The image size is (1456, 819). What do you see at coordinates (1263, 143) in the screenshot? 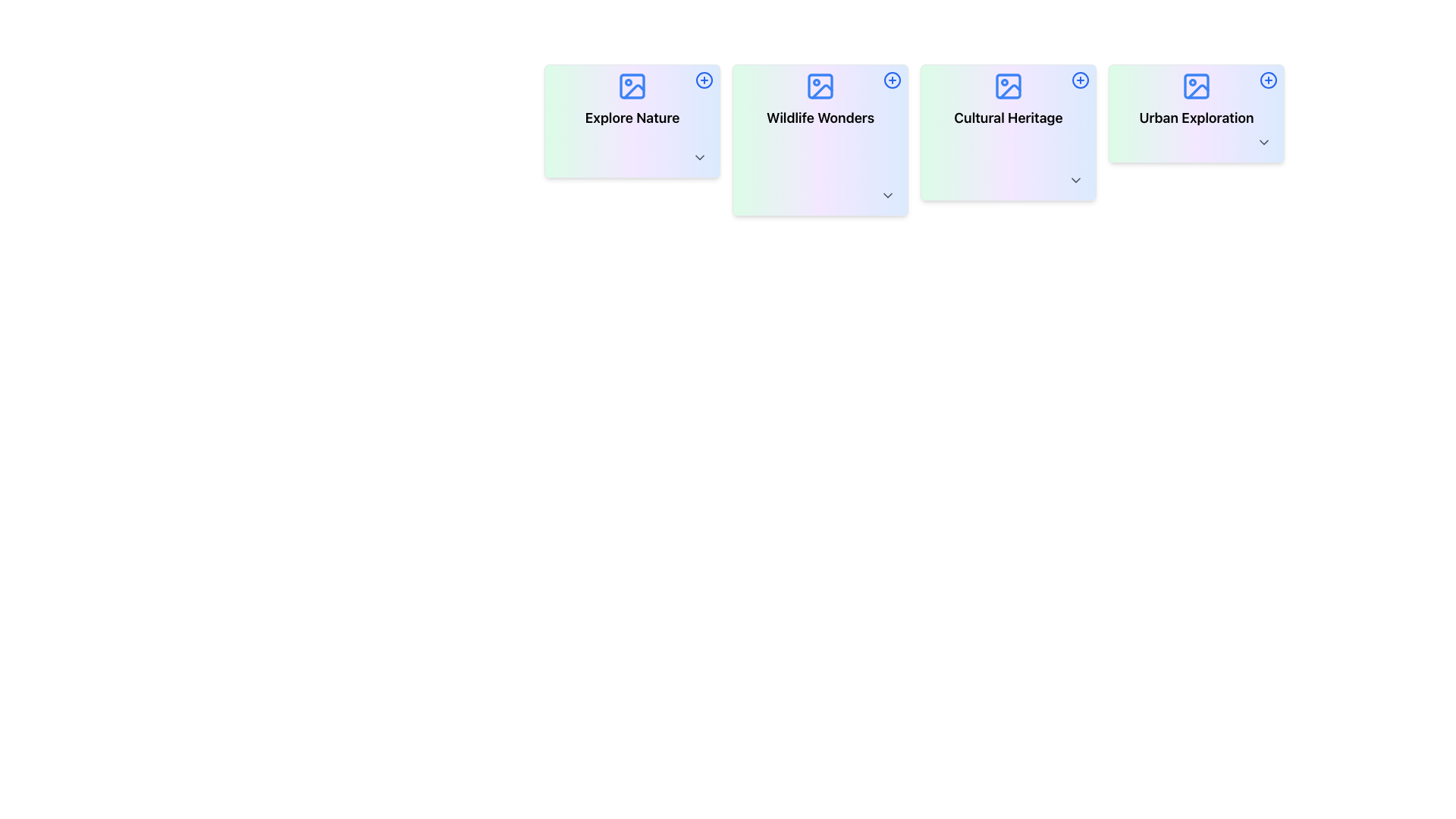
I see `the dropdown toggle icon located at the bottom-right corner of the 'Urban Exploration' card` at bounding box center [1263, 143].